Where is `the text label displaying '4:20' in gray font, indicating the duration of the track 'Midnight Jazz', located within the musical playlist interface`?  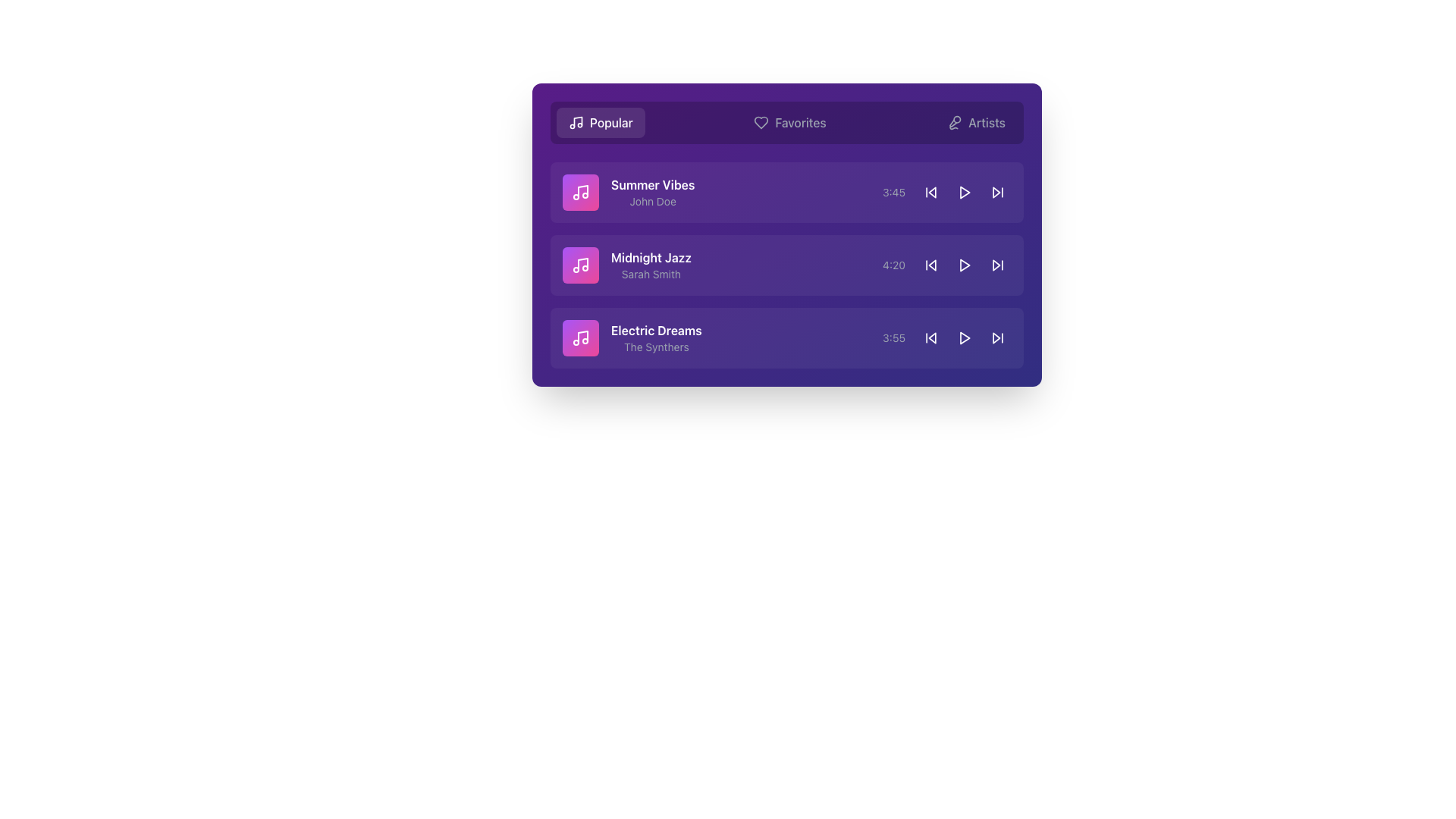 the text label displaying '4:20' in gray font, indicating the duration of the track 'Midnight Jazz', located within the musical playlist interface is located at coordinates (894, 265).